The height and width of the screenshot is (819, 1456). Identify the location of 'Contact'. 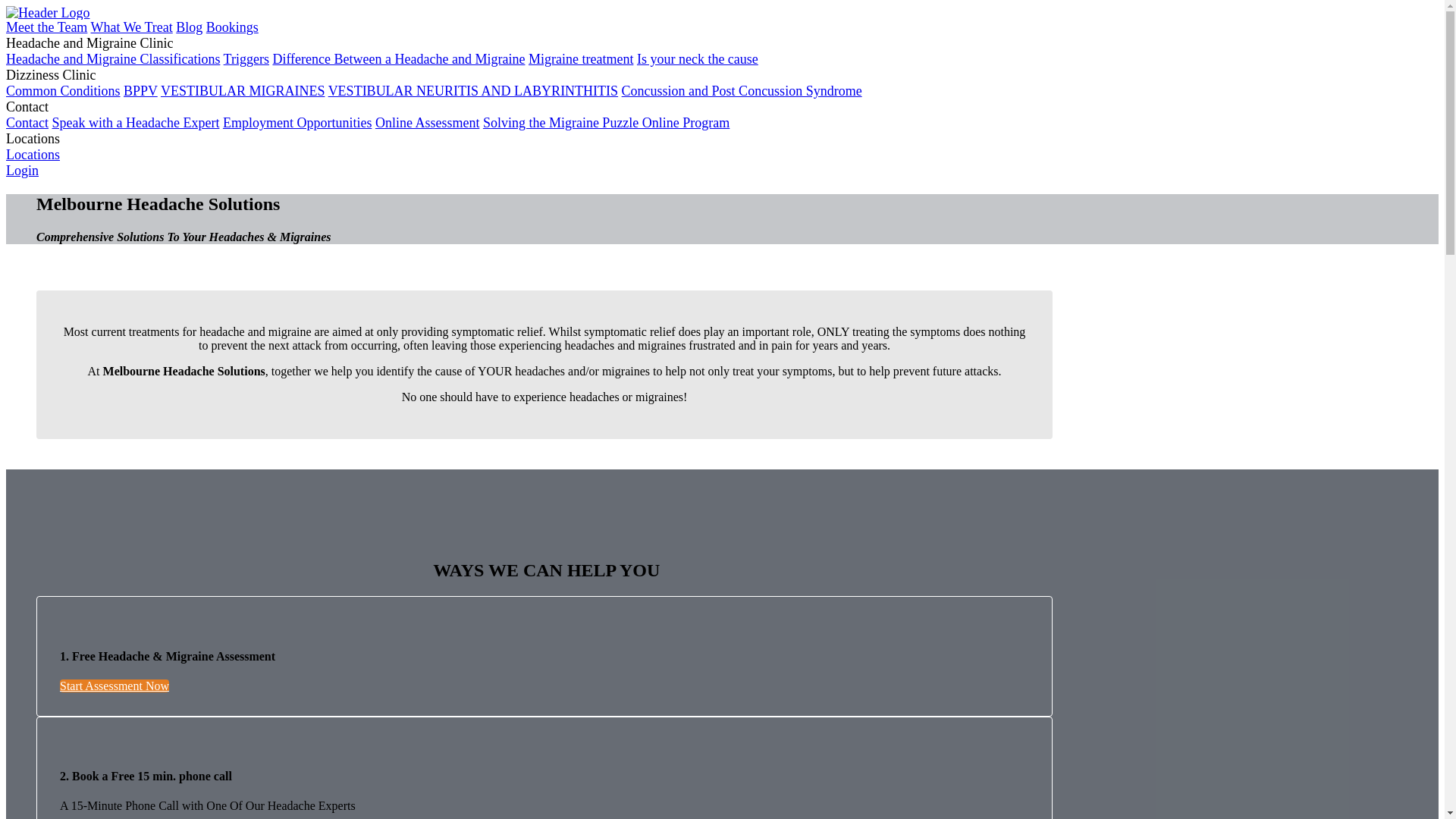
(27, 122).